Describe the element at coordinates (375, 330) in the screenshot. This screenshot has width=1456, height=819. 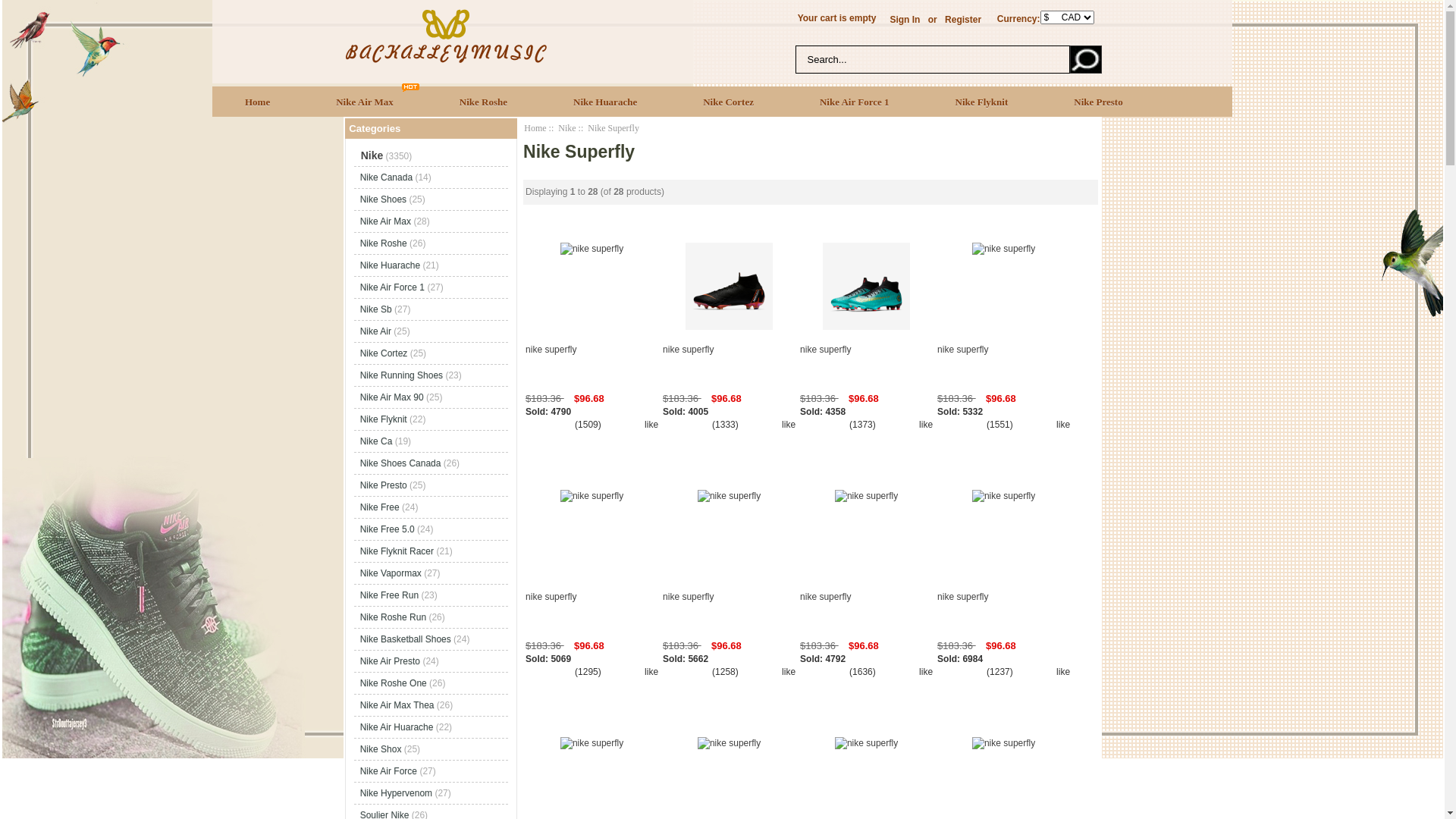
I see `'Nike Air'` at that location.